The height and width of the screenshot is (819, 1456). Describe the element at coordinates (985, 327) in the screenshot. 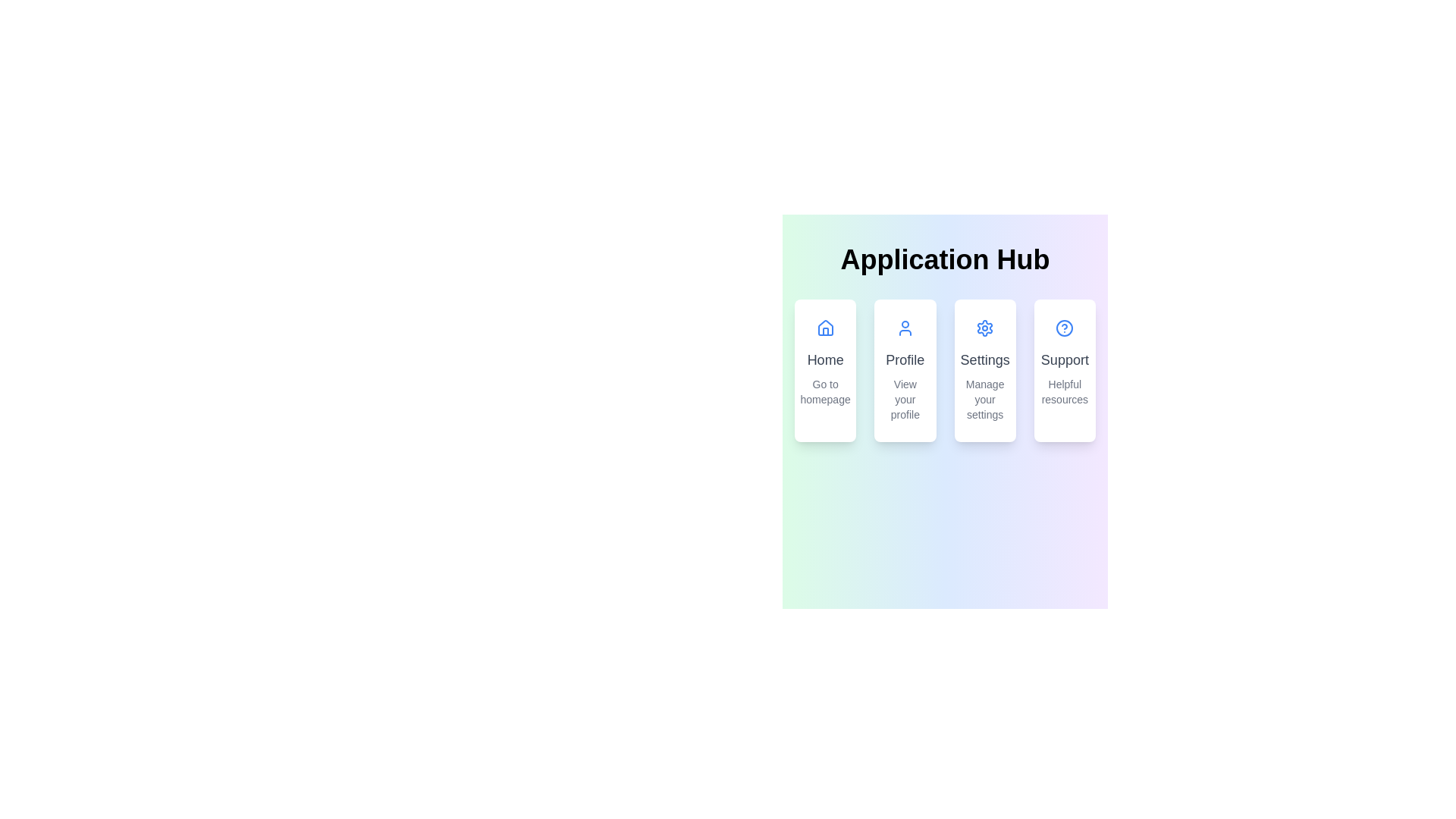

I see `the gear-shaped settings icon located in the third column of the main menu, above the text 'Settings' and 'Manage your settings'` at that location.